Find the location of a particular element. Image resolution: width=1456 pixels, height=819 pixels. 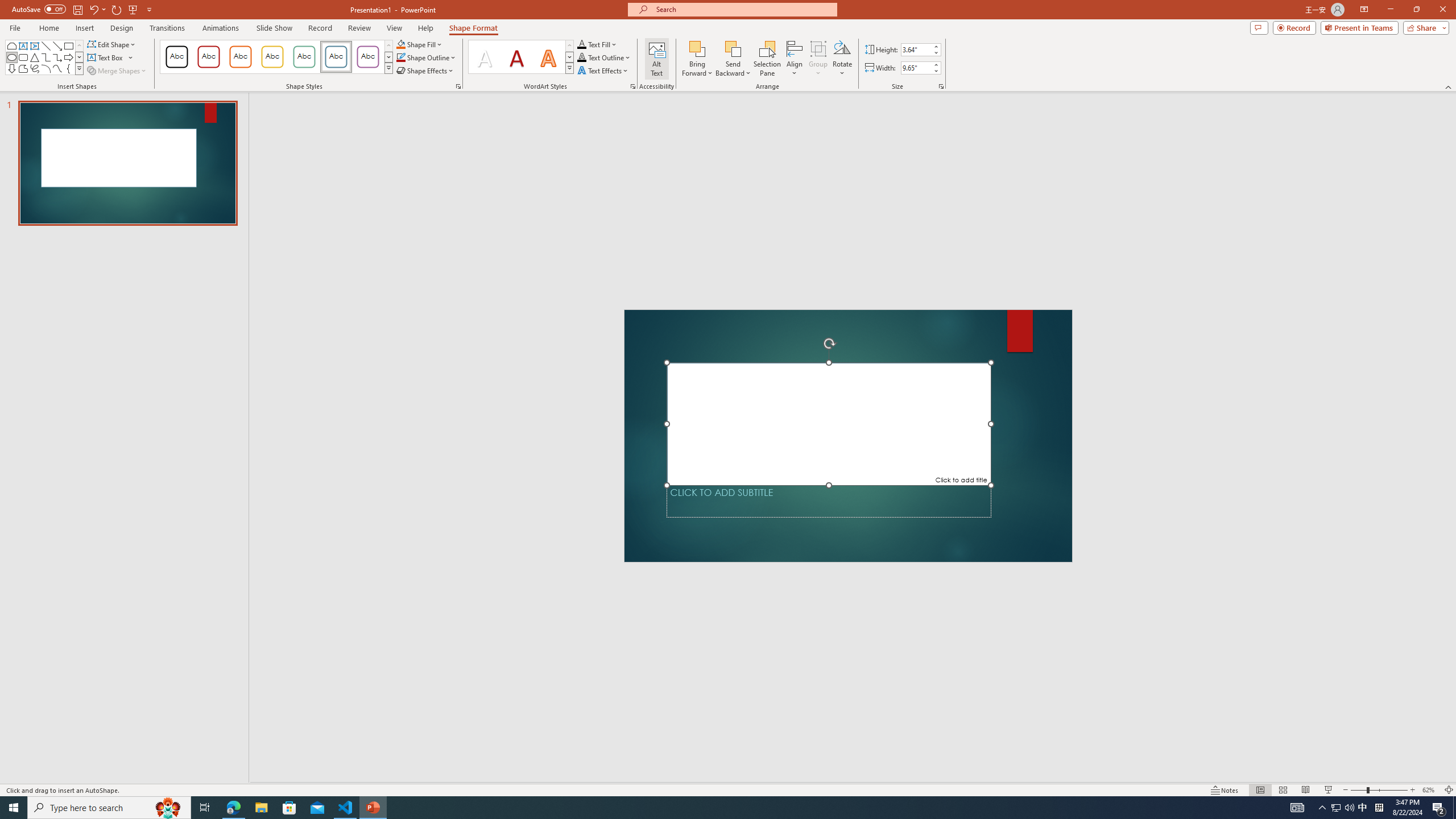

'Rectangle' is located at coordinates (68, 45).